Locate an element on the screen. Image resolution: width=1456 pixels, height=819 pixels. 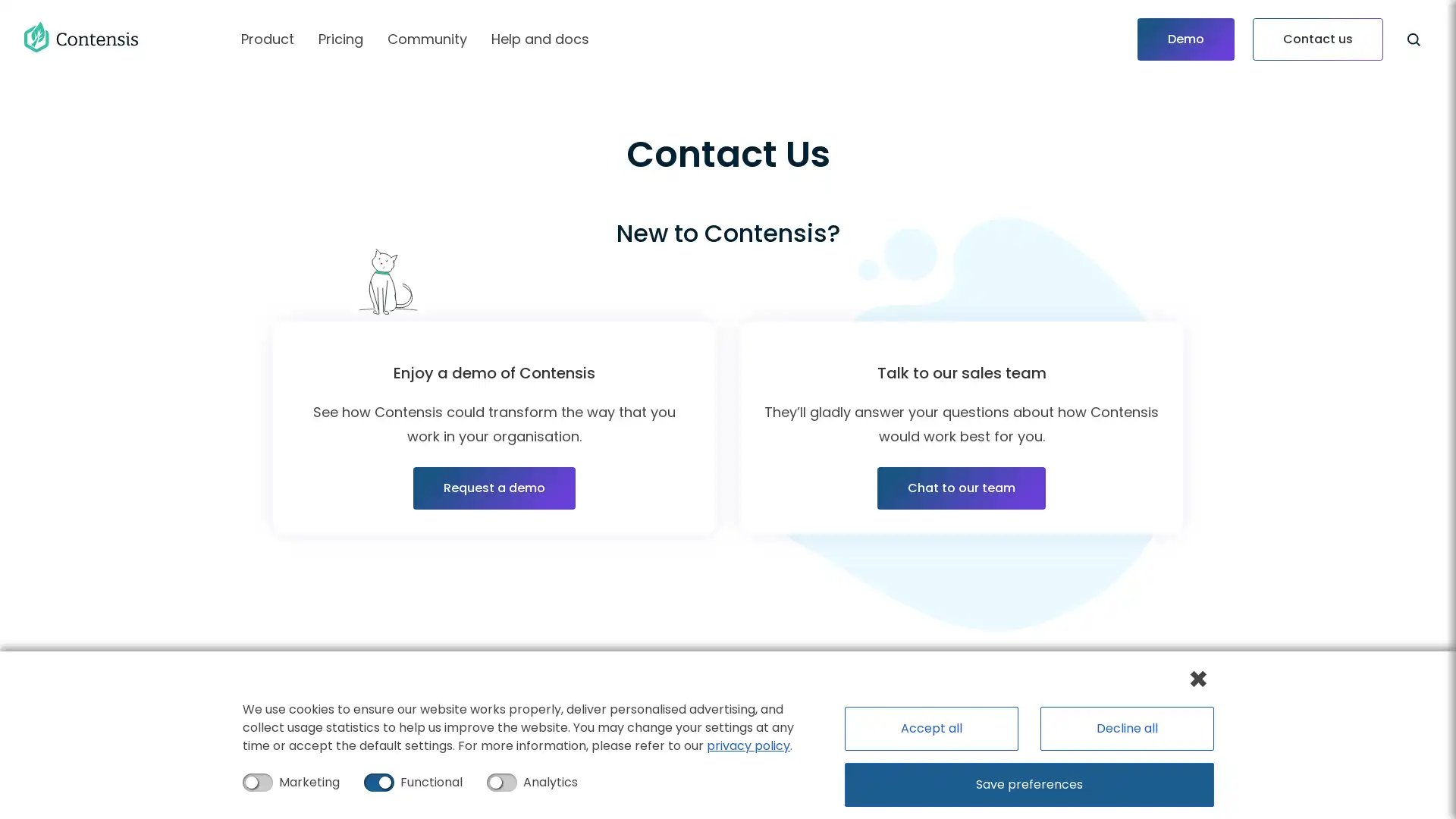
Search this site is located at coordinates (1412, 38).